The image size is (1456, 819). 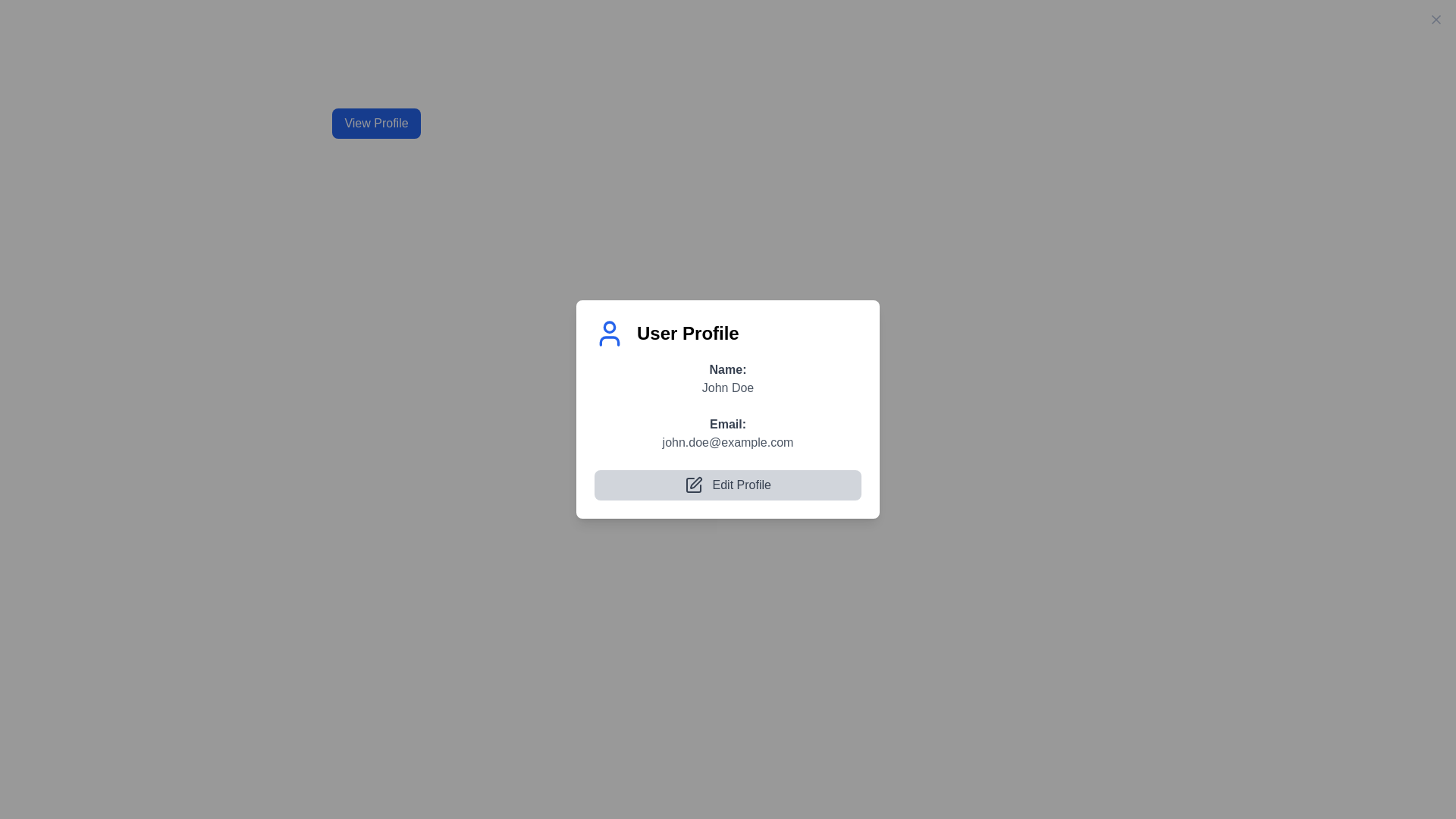 I want to click on the 'View Profile' button, which is a rounded rectangular button with white text on a blue background, so click(x=376, y=122).